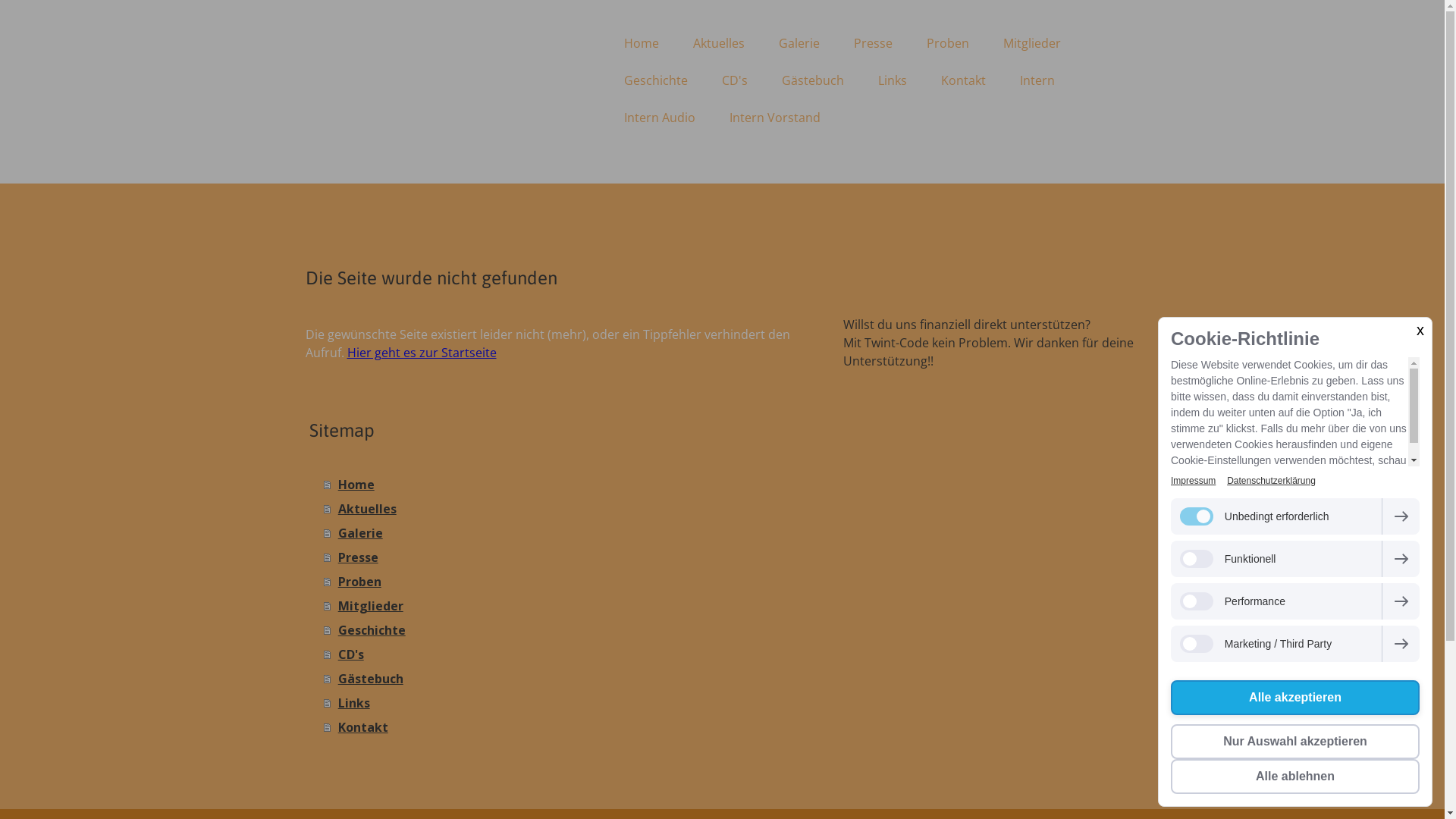 The image size is (1456, 819). Describe the element at coordinates (1294, 741) in the screenshot. I see `'Nur Auswahl akzeptieren'` at that location.